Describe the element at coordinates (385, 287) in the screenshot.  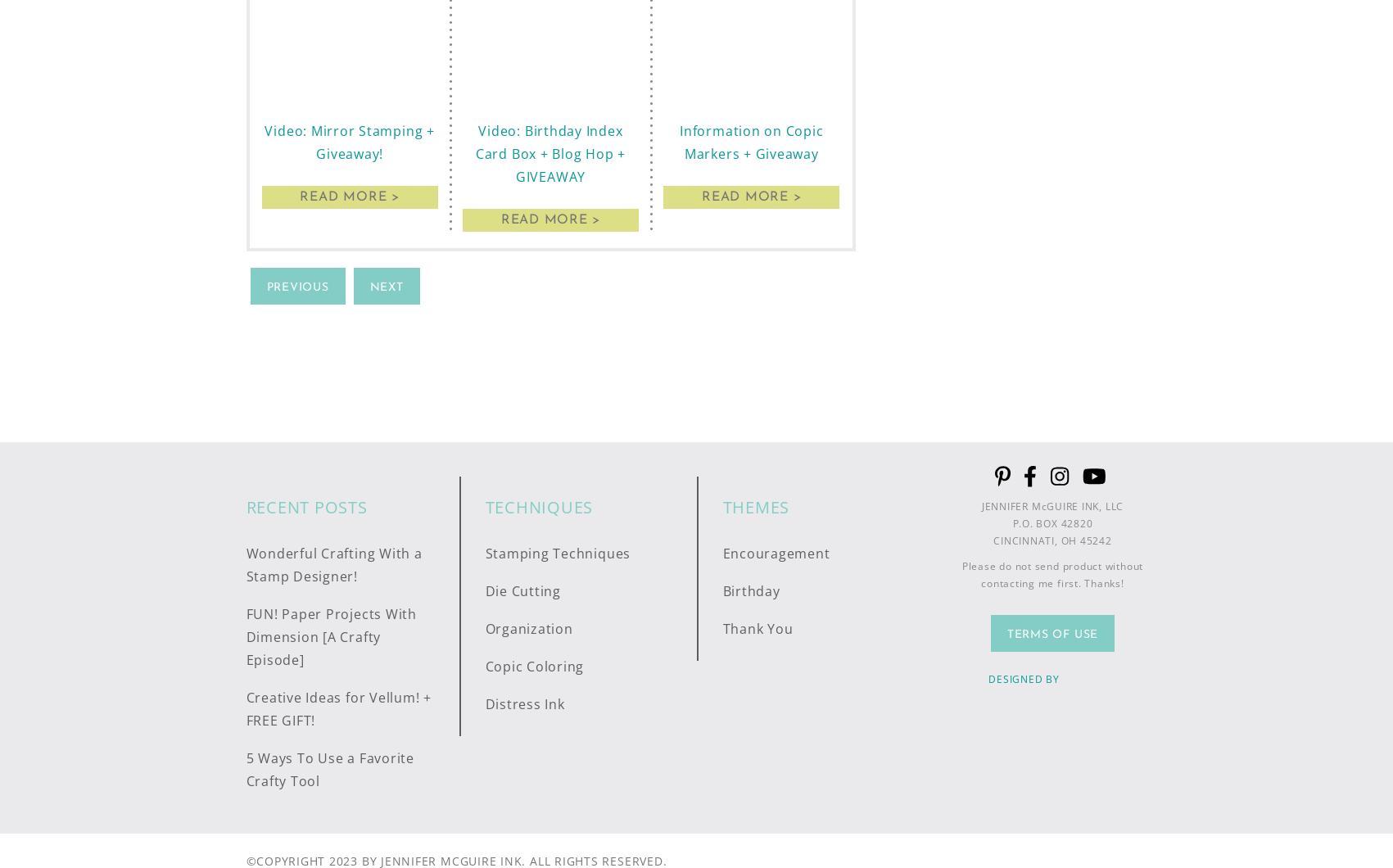
I see `'Next'` at that location.